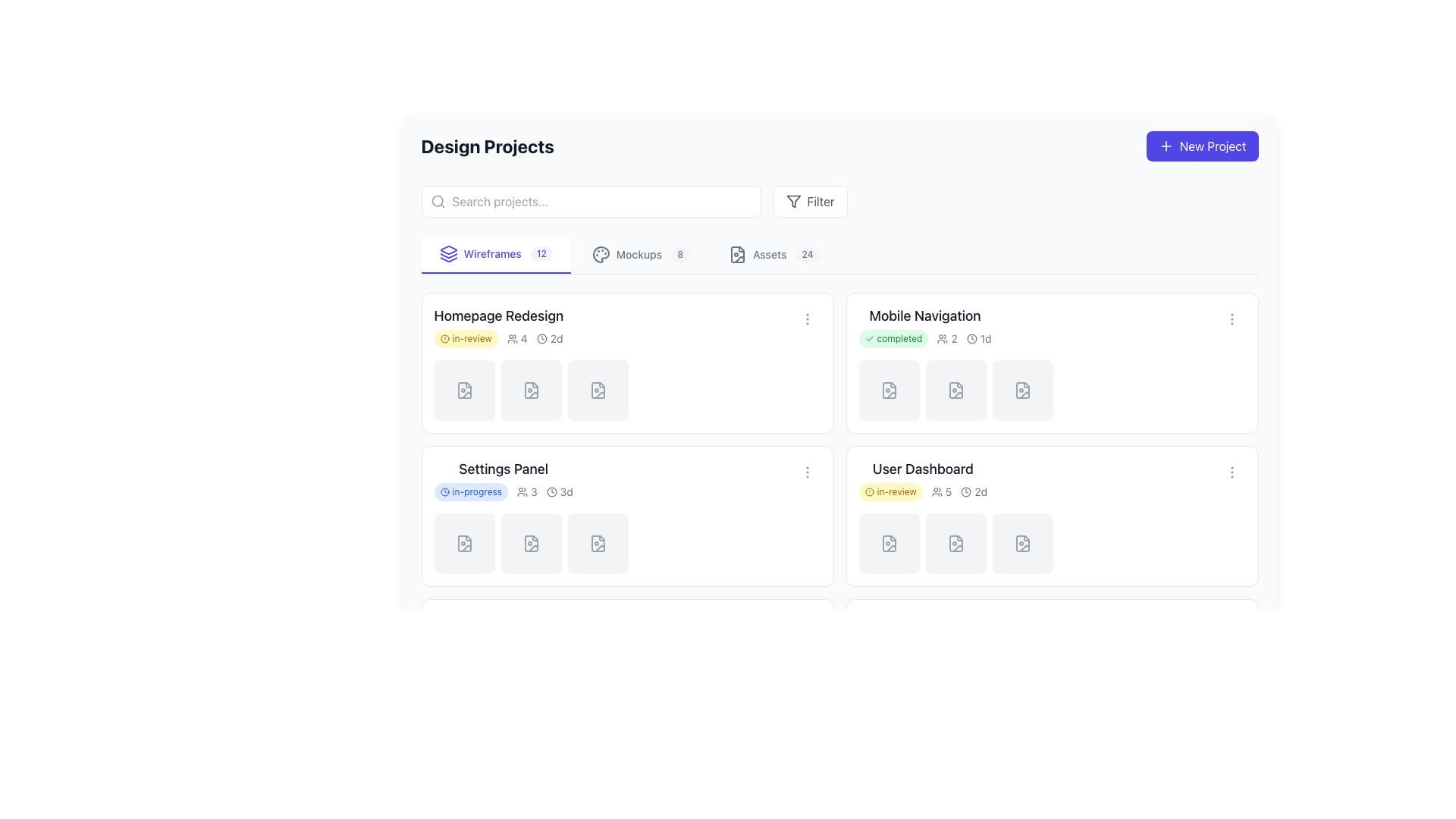  Describe the element at coordinates (955, 390) in the screenshot. I see `the document icon with a small circular element located in the 'Mobile Navigation' section, which is the third icon in the group under the 'Wireframes' tab` at that location.